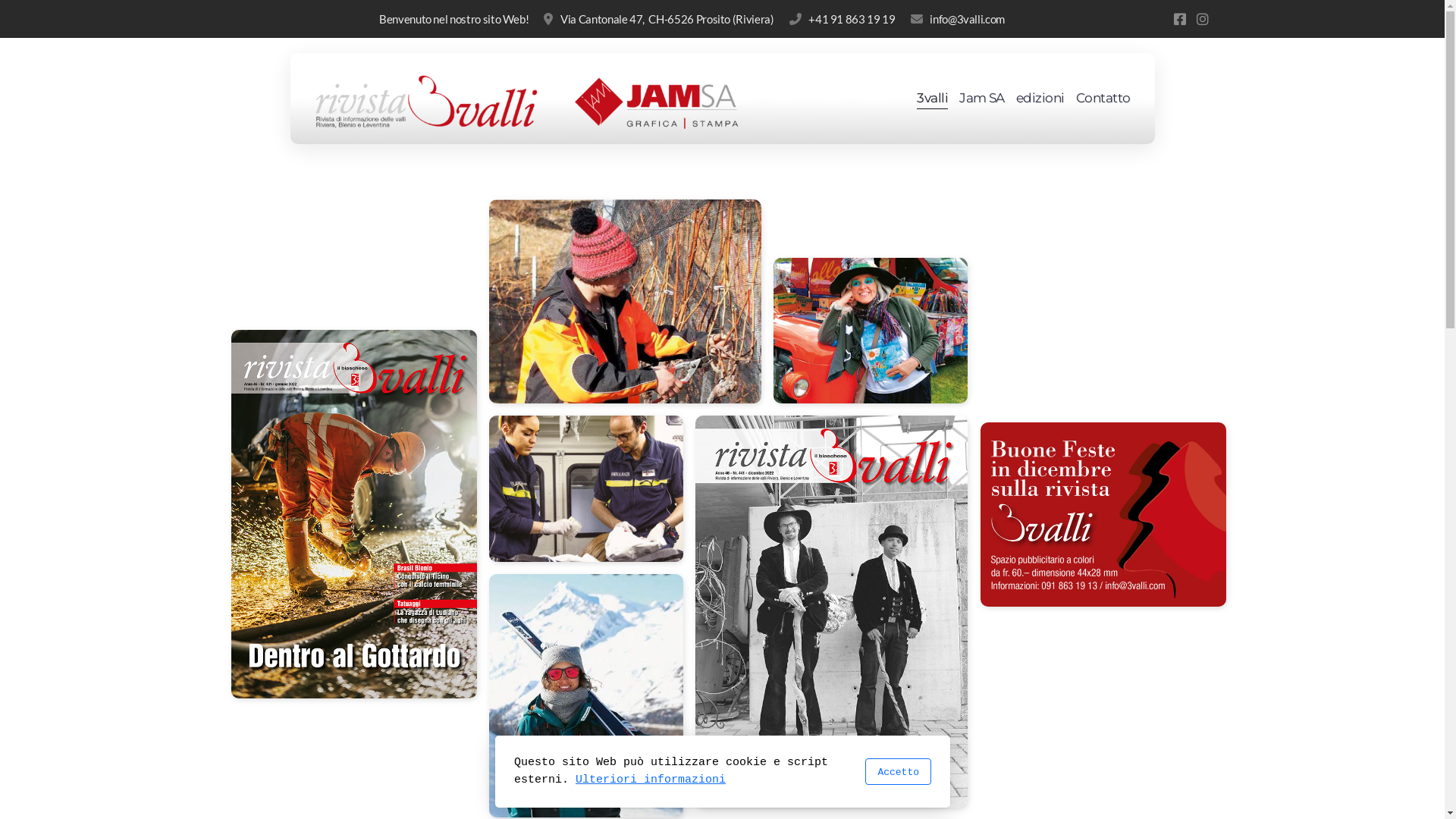 The width and height of the screenshot is (1456, 819). What do you see at coordinates (658, 18) in the screenshot?
I see `'Via Cantonale 47,  CH-6526 Prosito (Riviera)'` at bounding box center [658, 18].